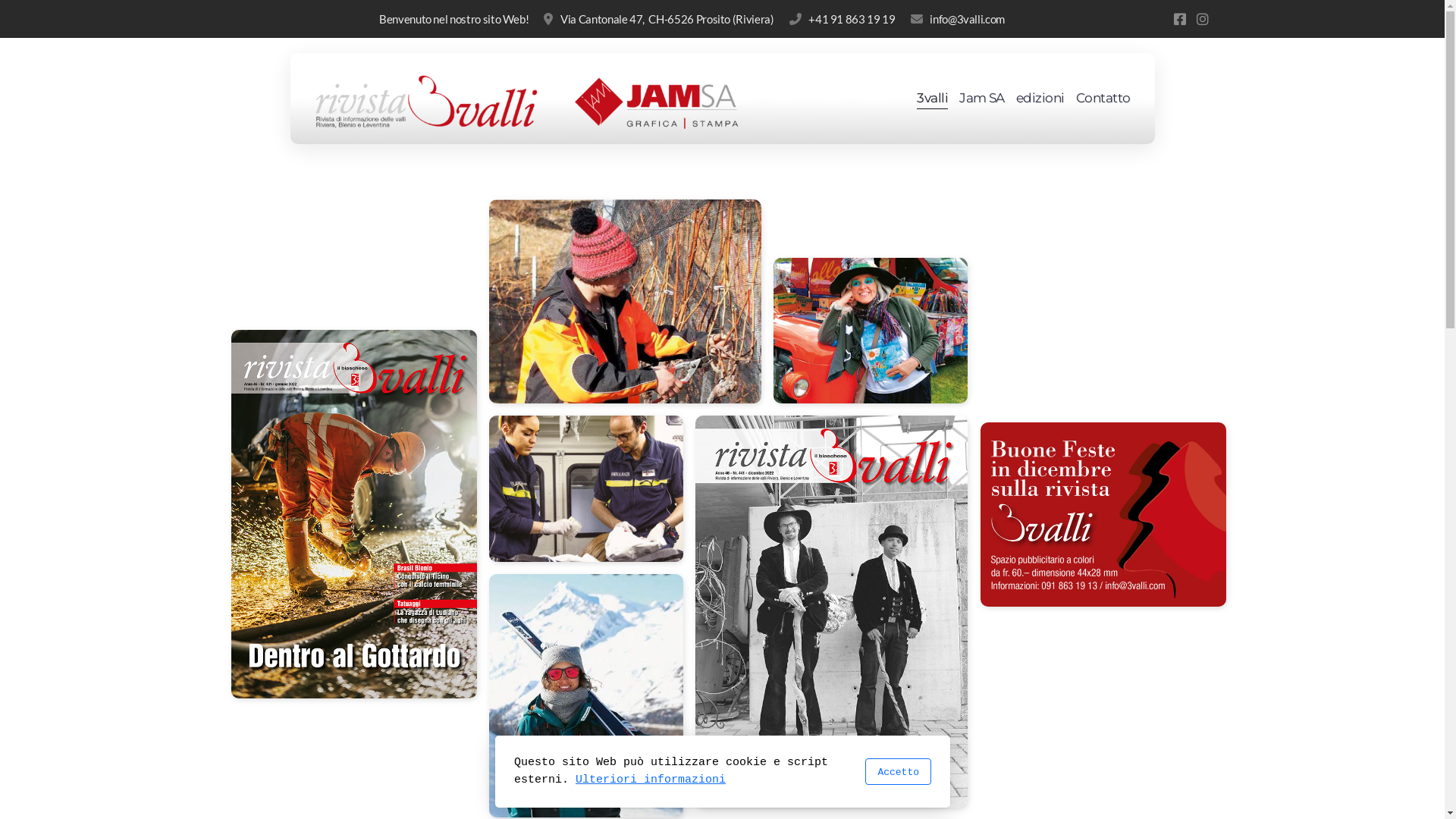 The width and height of the screenshot is (1456, 819). What do you see at coordinates (658, 18) in the screenshot?
I see `'Via Cantonale 47,  CH-6526 Prosito (Riviera)'` at bounding box center [658, 18].